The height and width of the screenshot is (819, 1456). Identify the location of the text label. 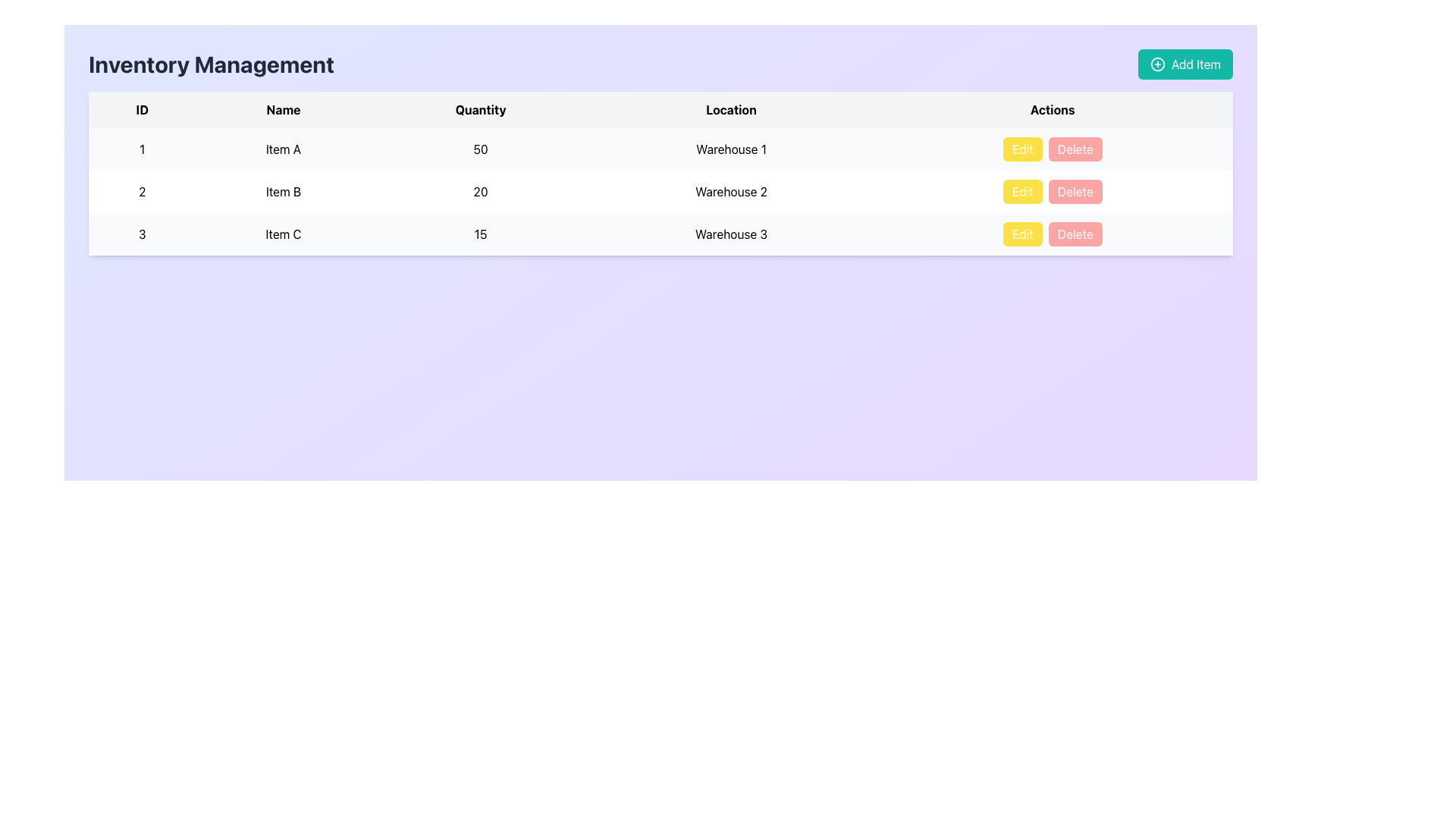
(142, 149).